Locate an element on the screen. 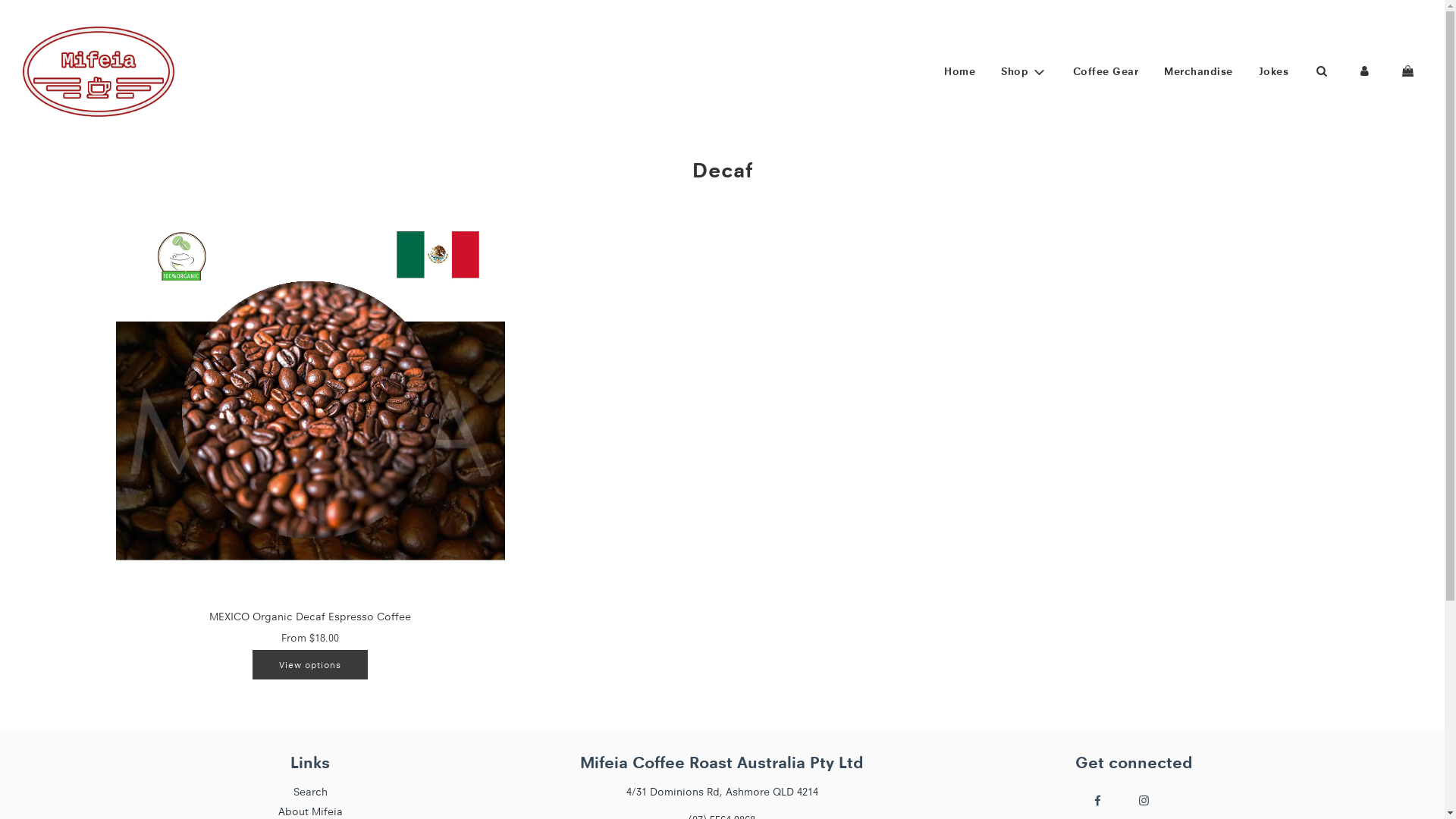  'Log in' is located at coordinates (1343, 71).